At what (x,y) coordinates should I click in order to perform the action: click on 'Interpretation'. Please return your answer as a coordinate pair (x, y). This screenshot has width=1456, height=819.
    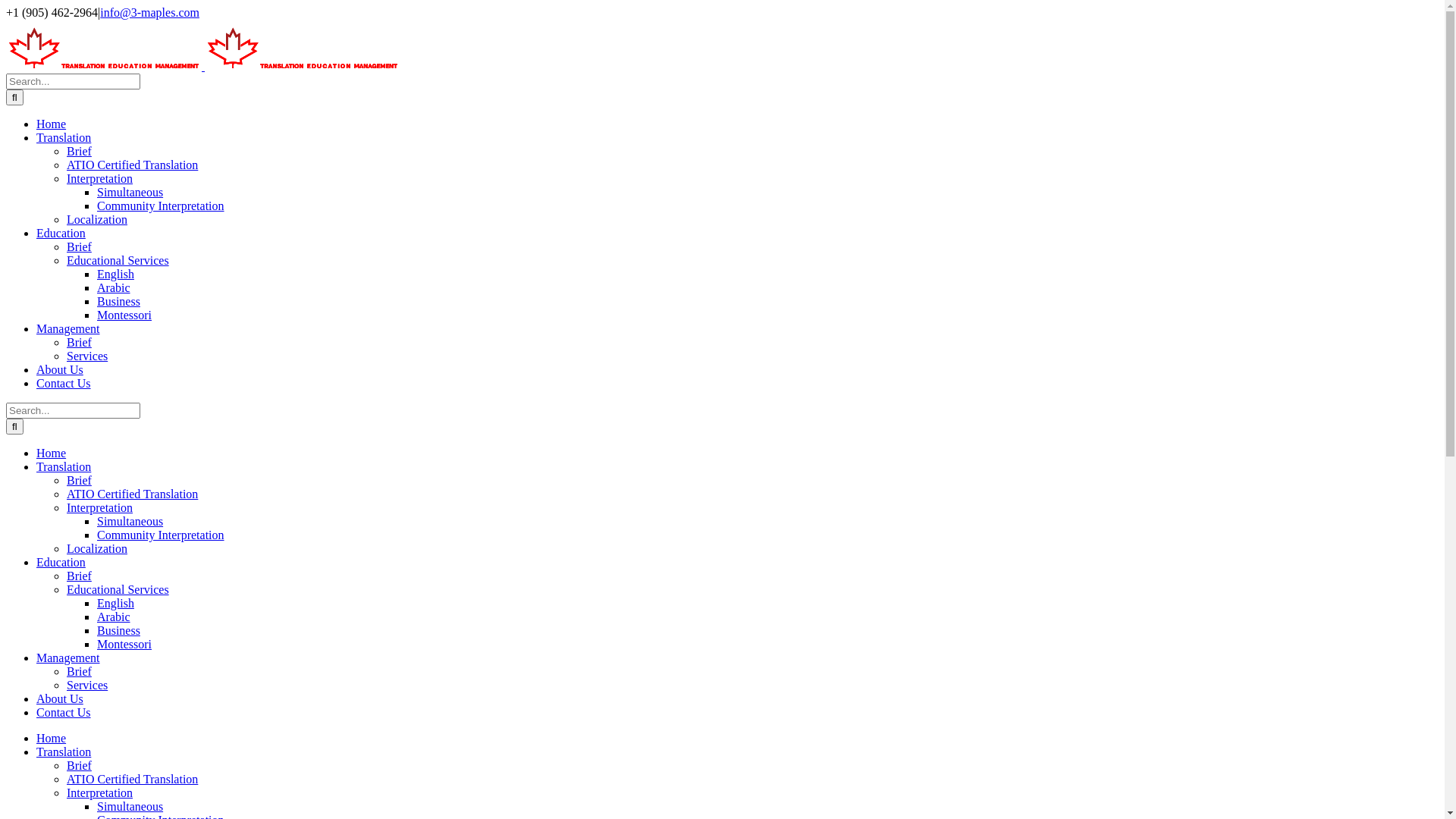
    Looking at the image, I should click on (99, 507).